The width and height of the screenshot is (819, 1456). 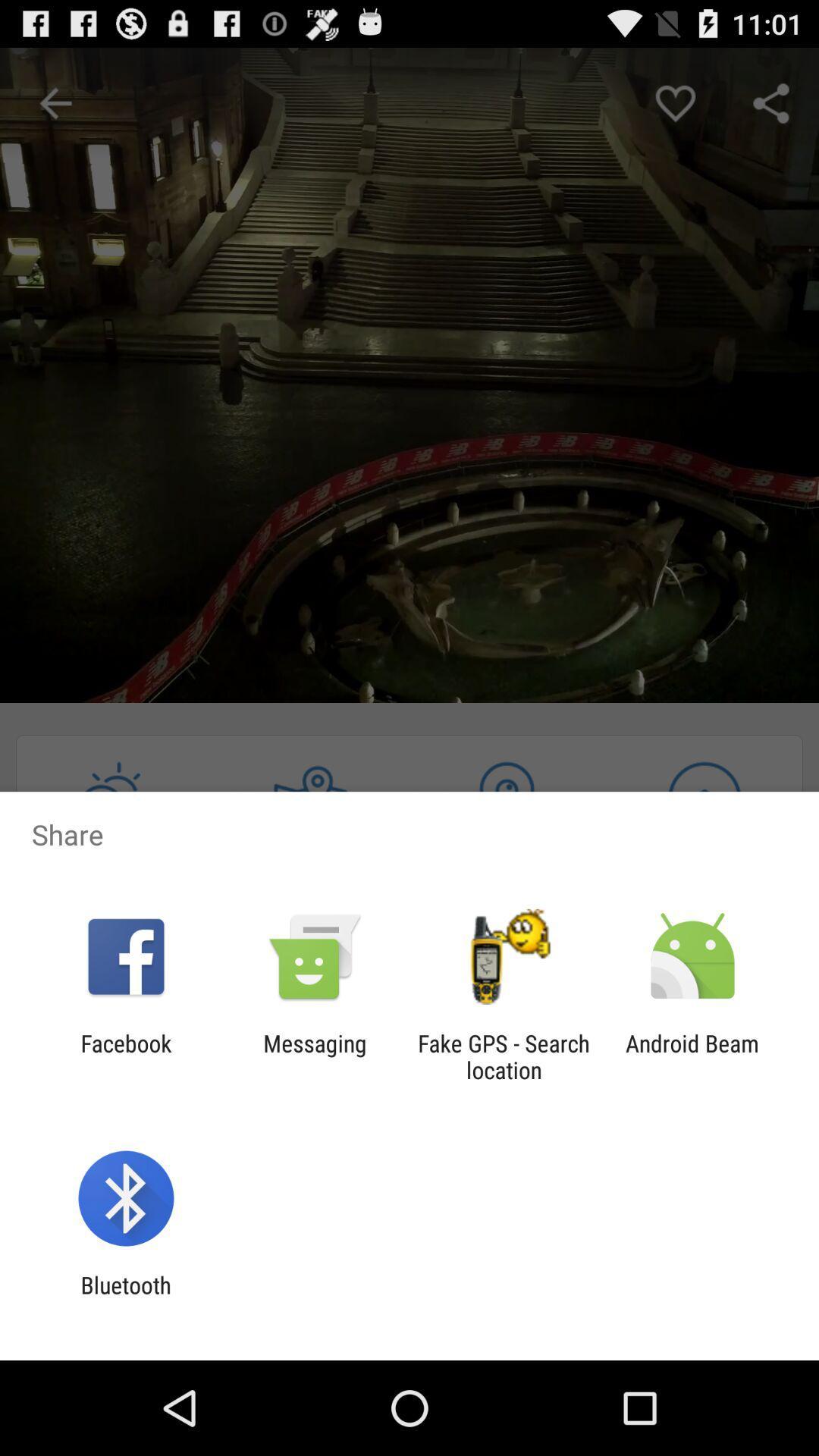 I want to click on facebook, so click(x=125, y=1056).